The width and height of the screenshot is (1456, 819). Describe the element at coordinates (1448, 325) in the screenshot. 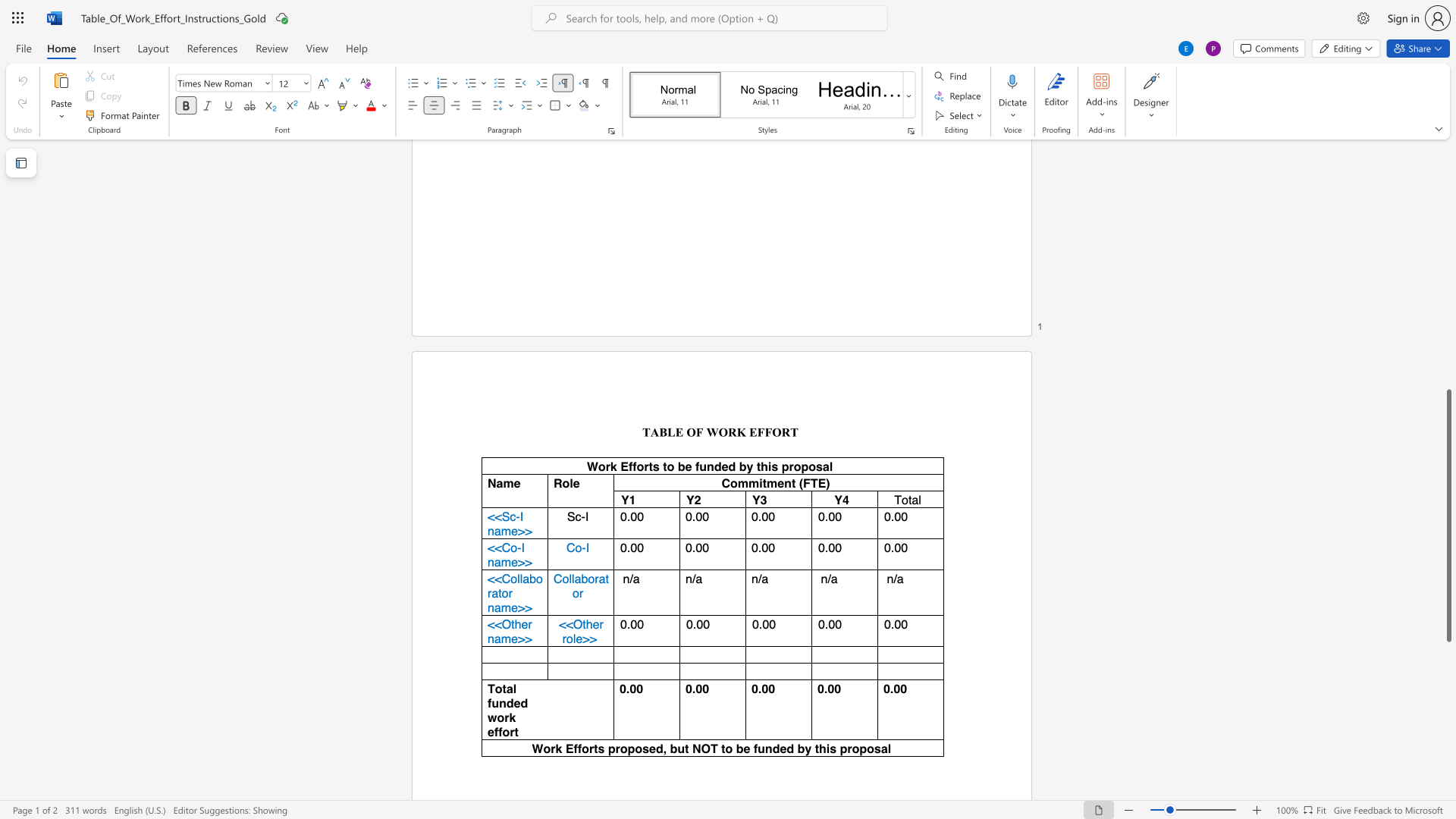

I see `the scrollbar on the right side to scroll the page up` at that location.